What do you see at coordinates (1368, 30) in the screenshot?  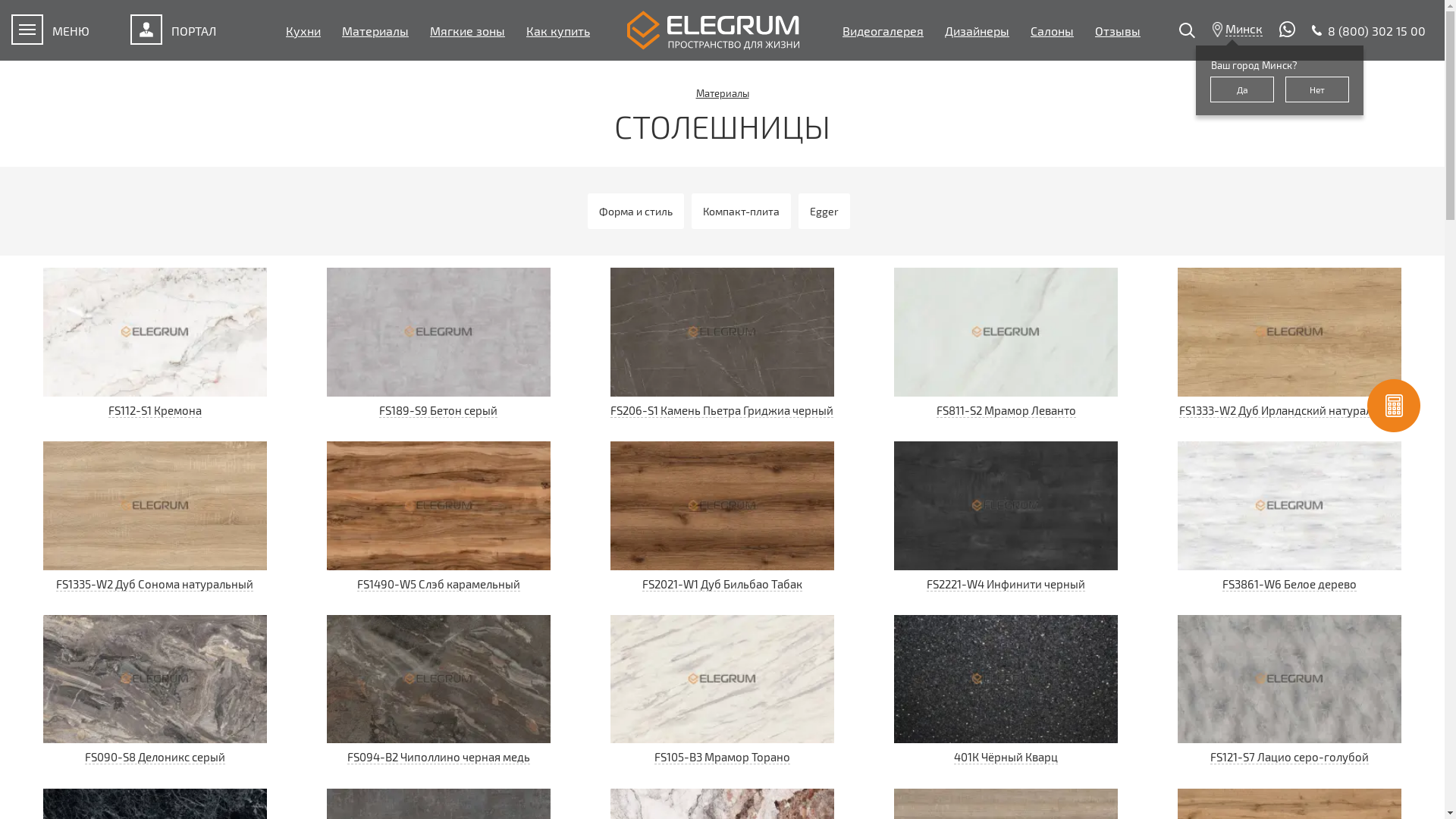 I see `'8 (800) 302 15 00'` at bounding box center [1368, 30].